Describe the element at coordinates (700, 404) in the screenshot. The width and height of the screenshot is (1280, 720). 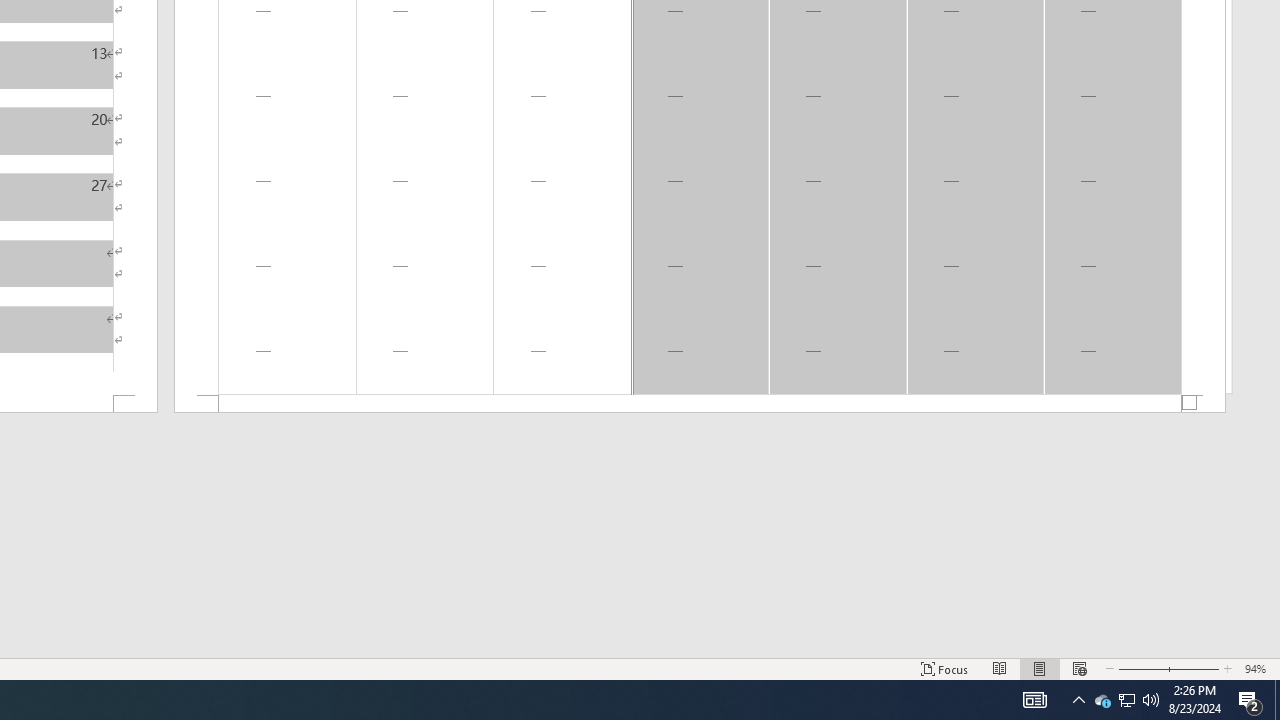
I see `'Footer -Section 1-'` at that location.